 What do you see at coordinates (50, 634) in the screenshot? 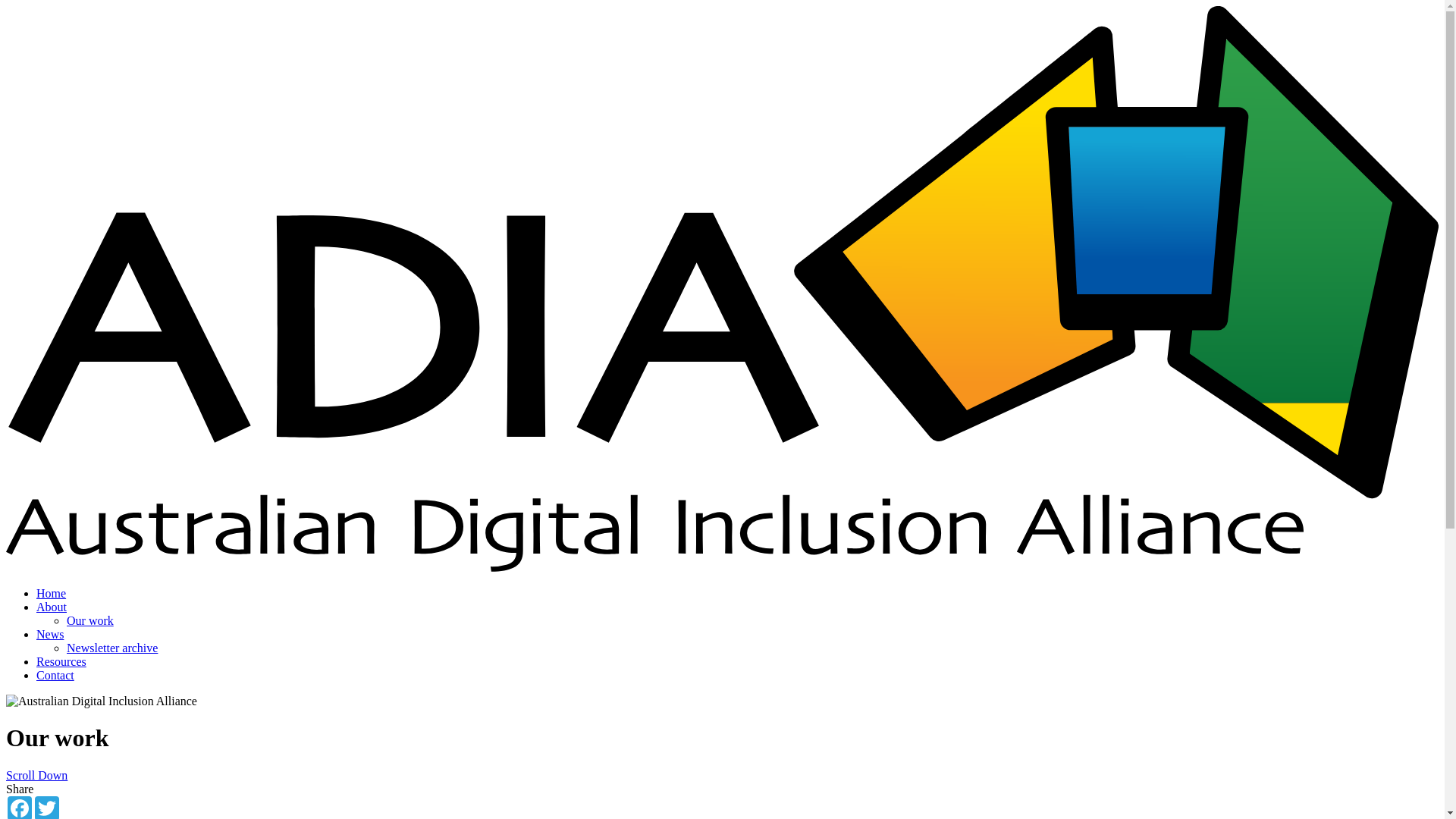
I see `'News'` at bounding box center [50, 634].